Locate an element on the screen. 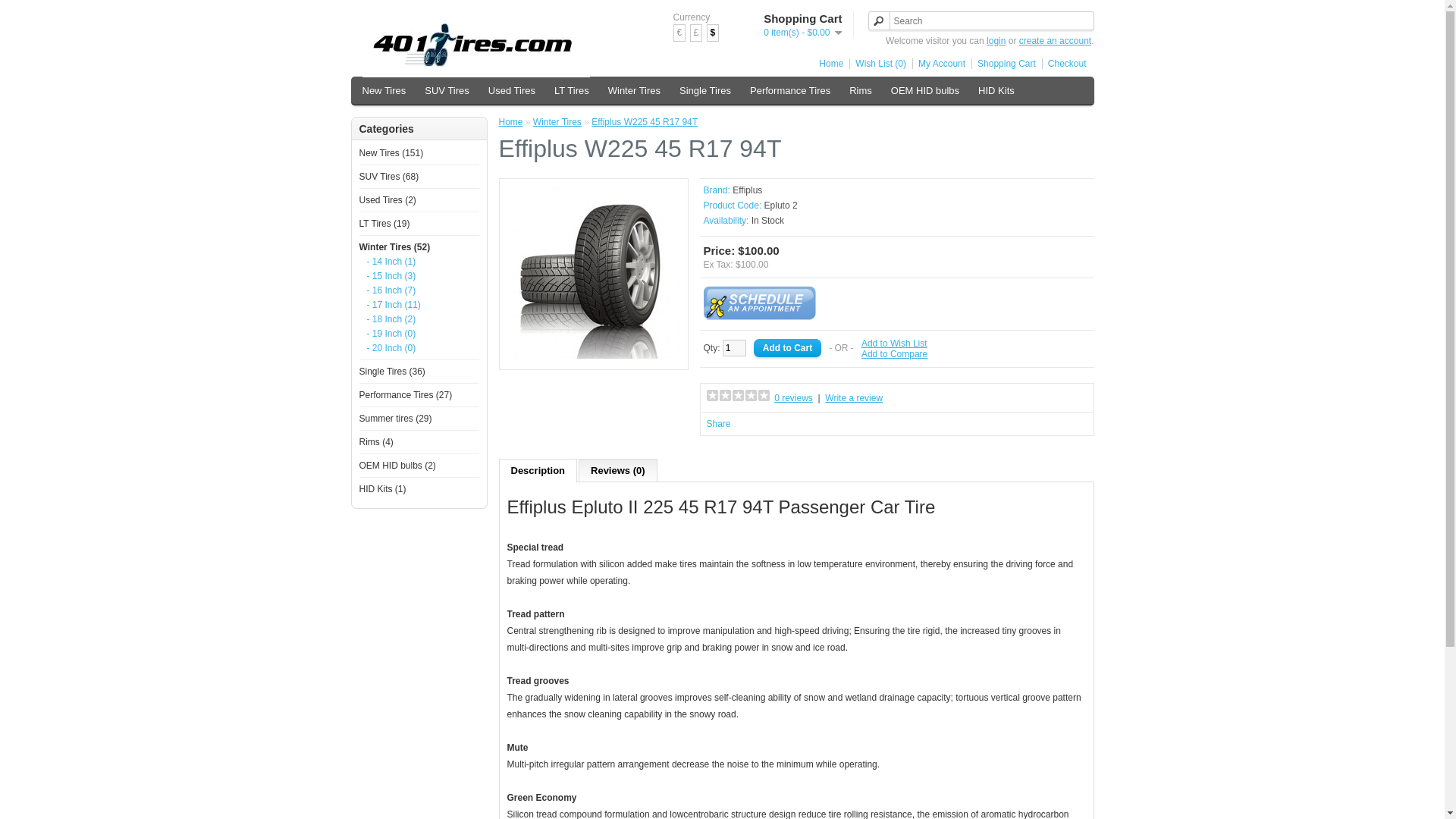 The width and height of the screenshot is (1456, 819). 'Home' is located at coordinates (827, 63).